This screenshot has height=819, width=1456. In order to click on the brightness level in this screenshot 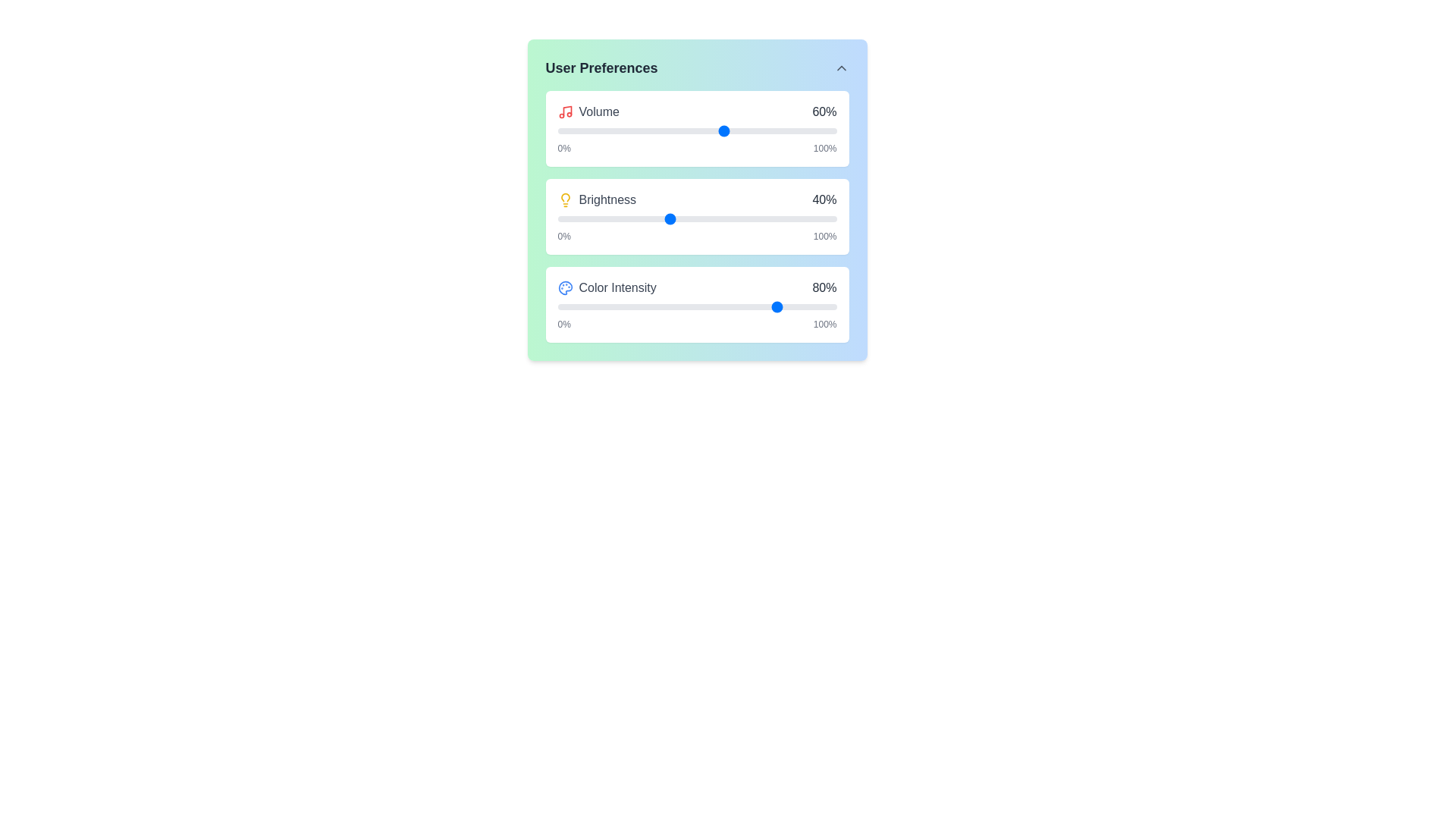, I will do `click(590, 219)`.